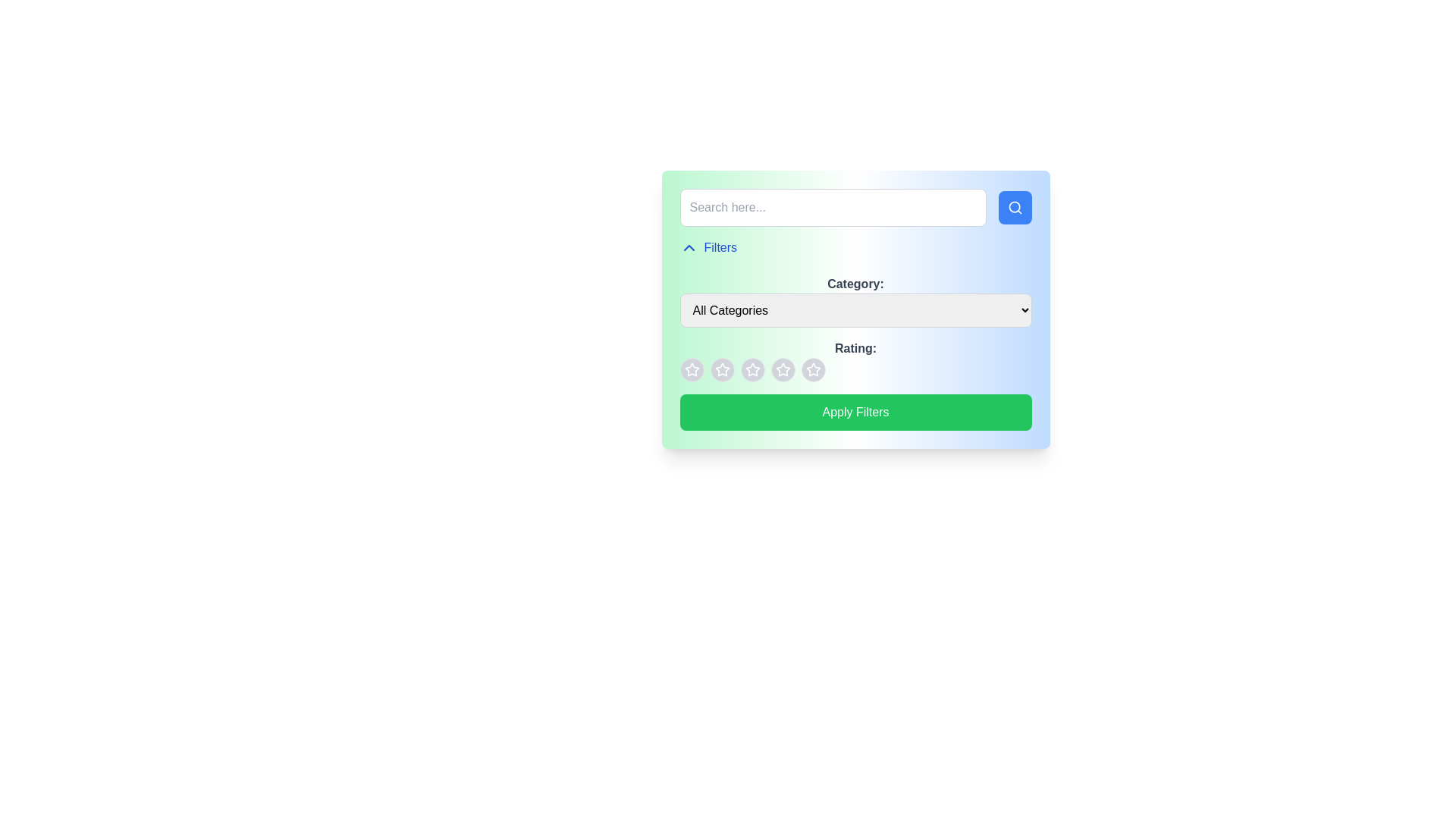  I want to click on the dropdown menu labeled 'All Categories', so click(855, 309).